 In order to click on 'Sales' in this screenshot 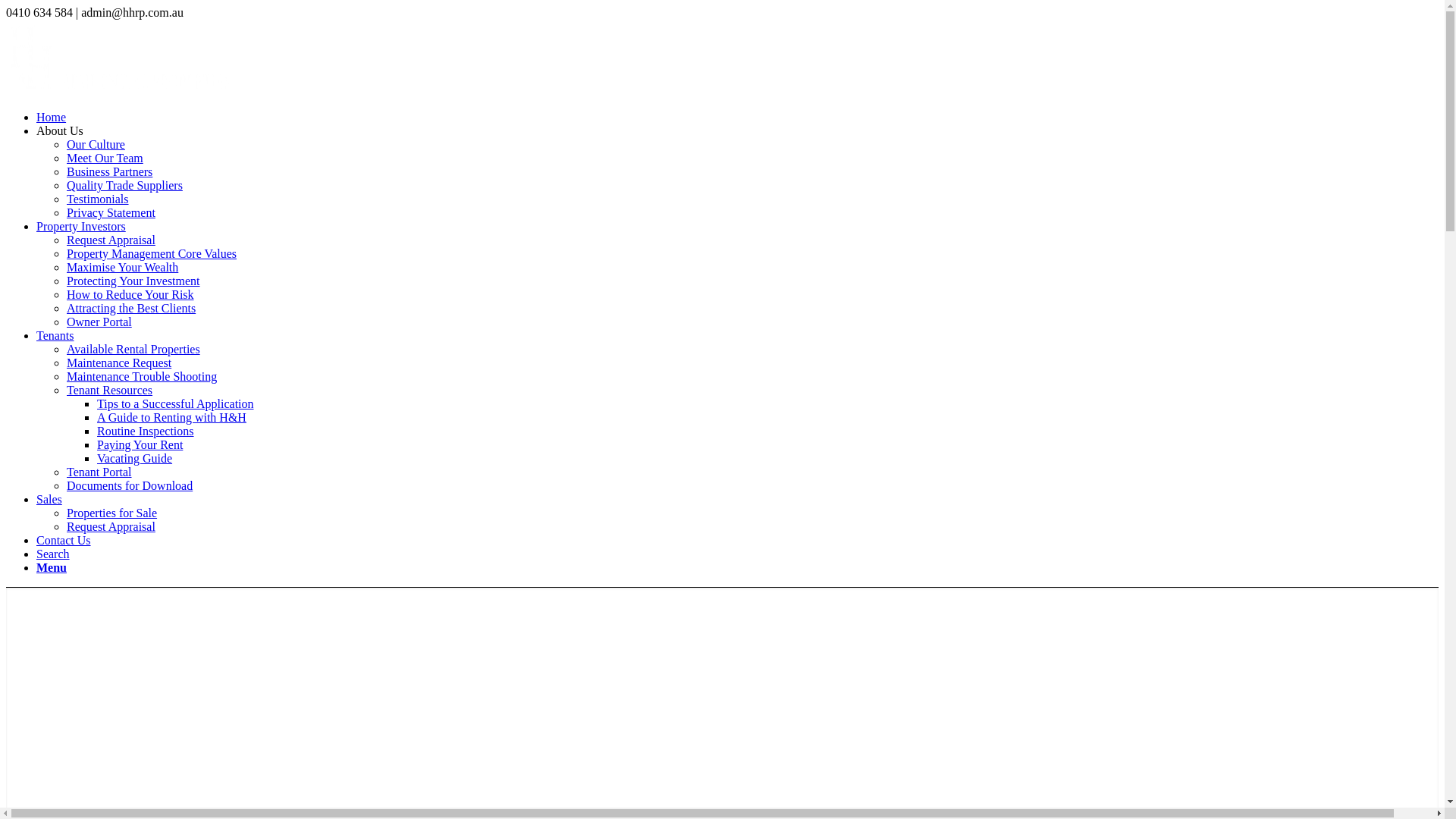, I will do `click(49, 499)`.